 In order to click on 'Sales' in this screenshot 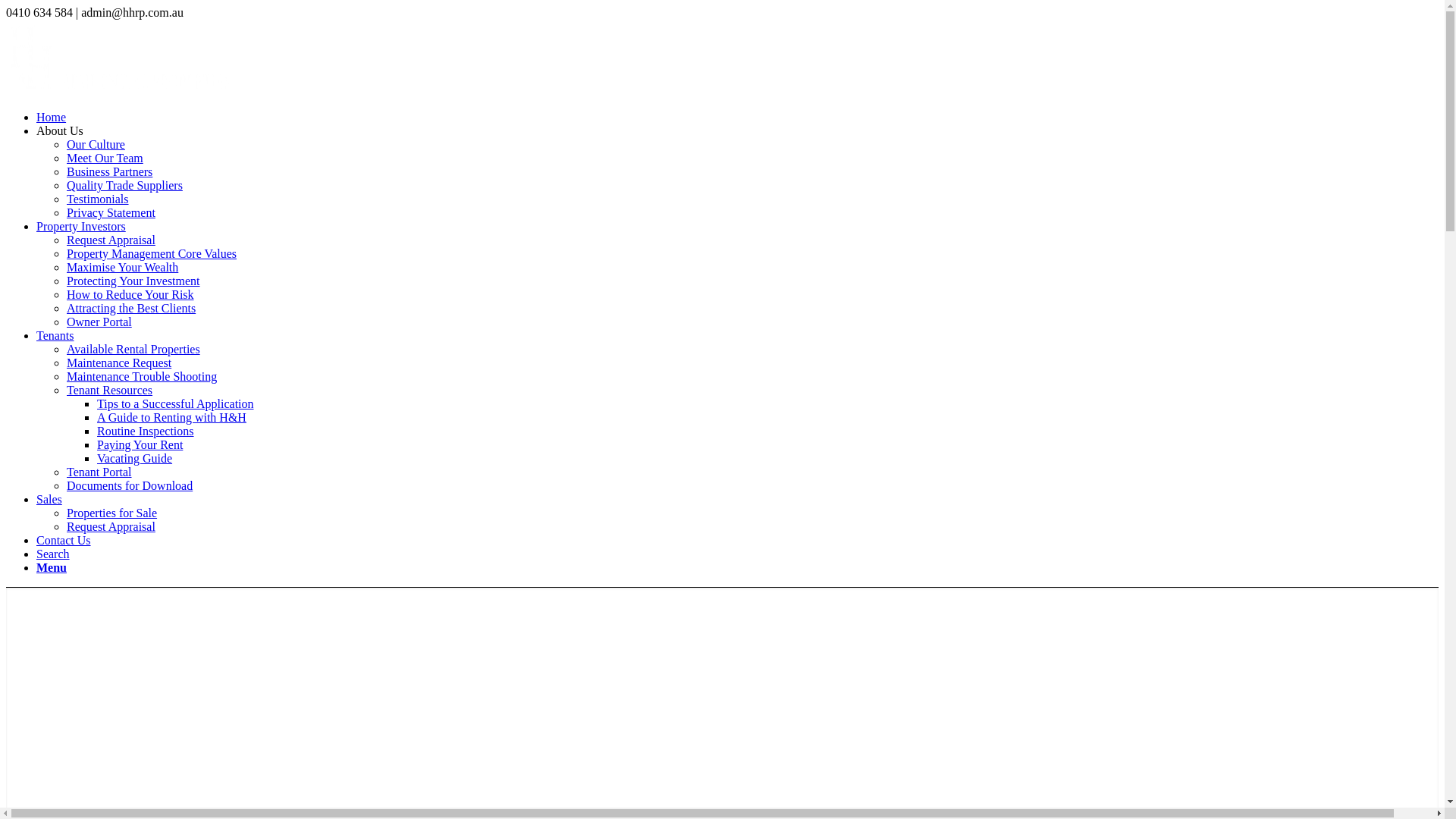, I will do `click(49, 499)`.